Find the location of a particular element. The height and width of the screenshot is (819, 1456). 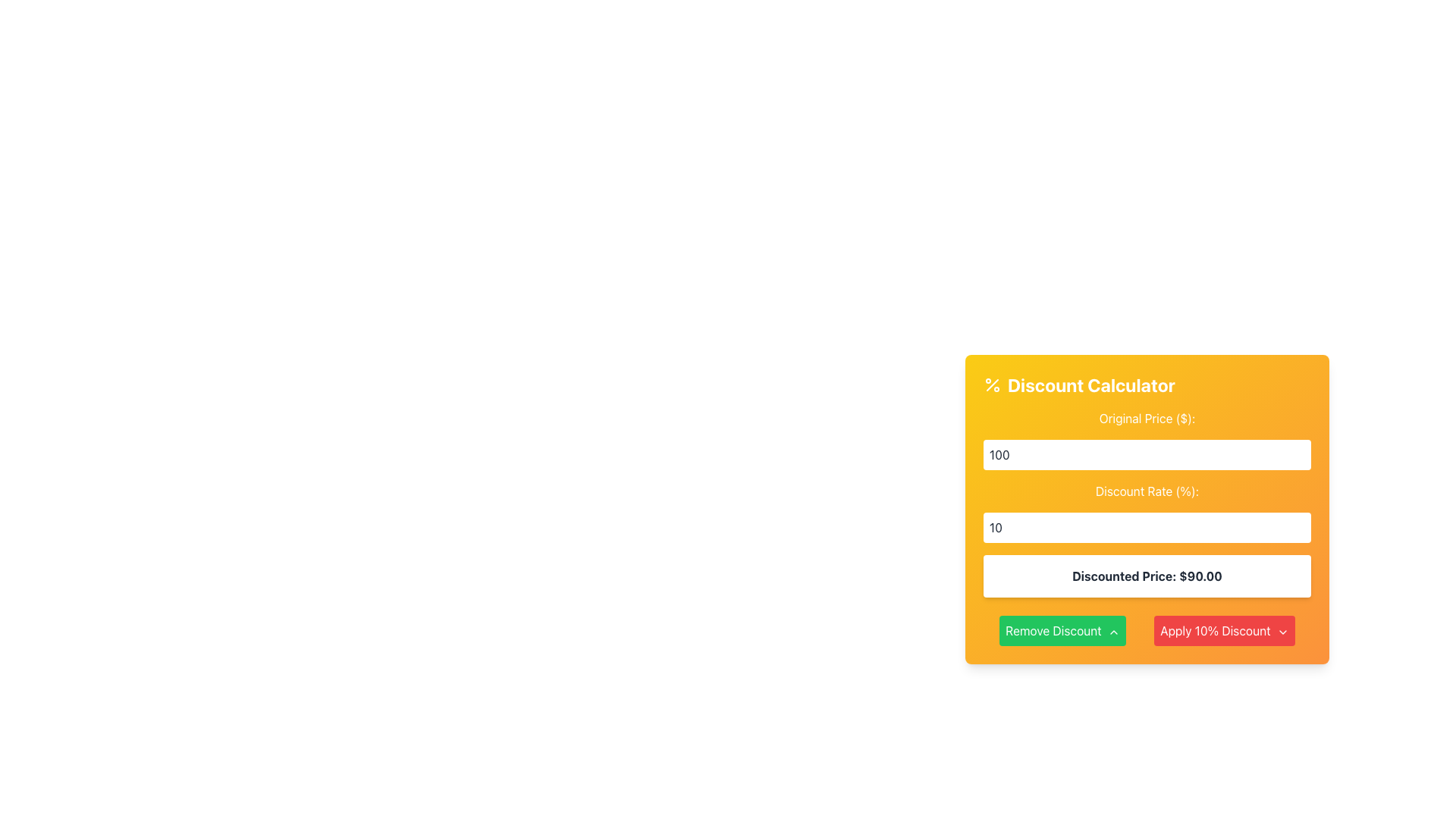

the Static label that indicates the discount percentage, positioned above the input field for the discount percentage is located at coordinates (1147, 491).